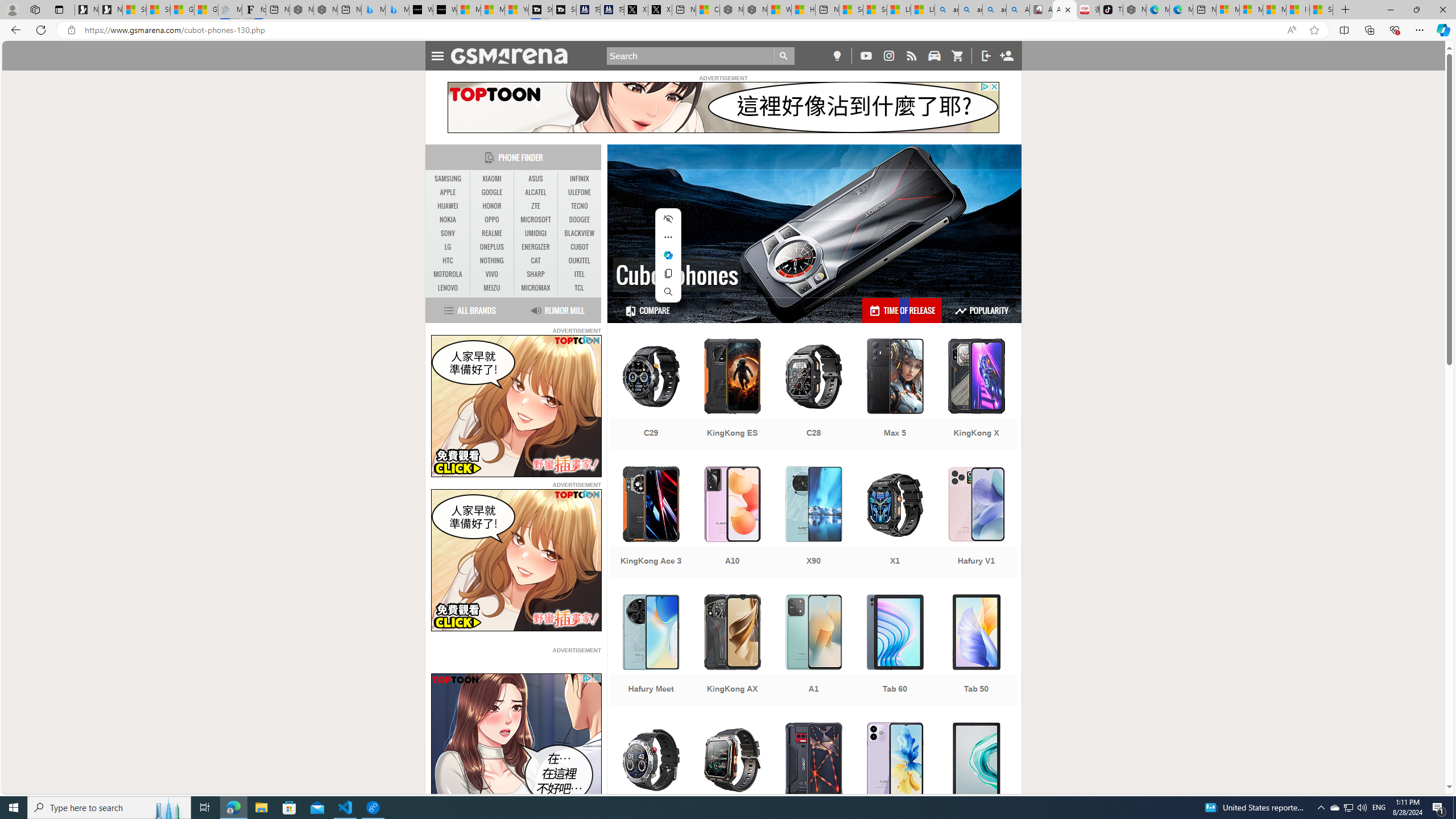 Image resolution: width=1456 pixels, height=819 pixels. I want to click on 'DOOGEE', so click(579, 220).